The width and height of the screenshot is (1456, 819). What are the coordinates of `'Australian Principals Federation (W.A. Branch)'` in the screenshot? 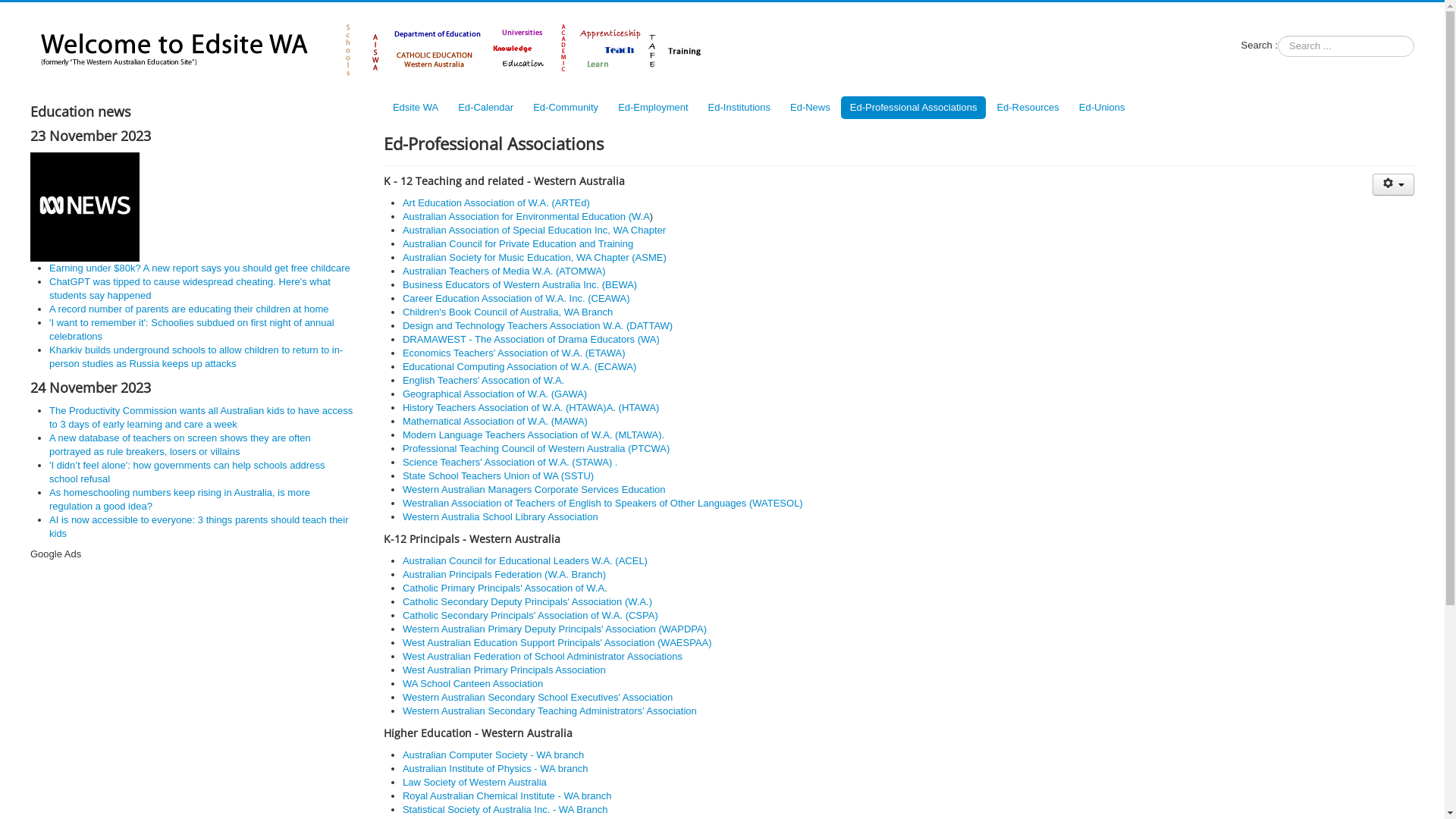 It's located at (504, 574).